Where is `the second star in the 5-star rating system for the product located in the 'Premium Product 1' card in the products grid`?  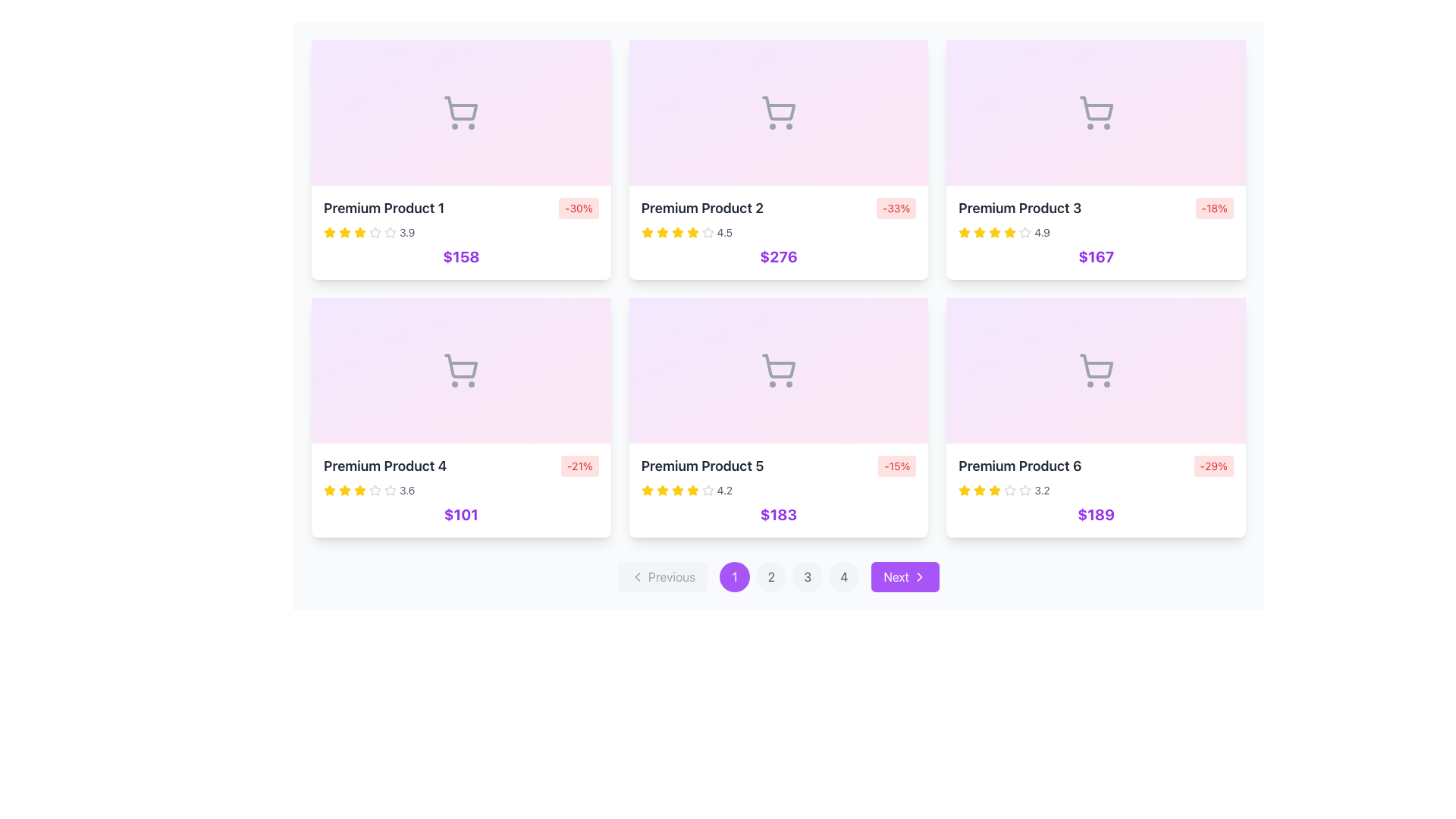
the second star in the 5-star rating system for the product located in the 'Premium Product 1' card in the products grid is located at coordinates (359, 232).